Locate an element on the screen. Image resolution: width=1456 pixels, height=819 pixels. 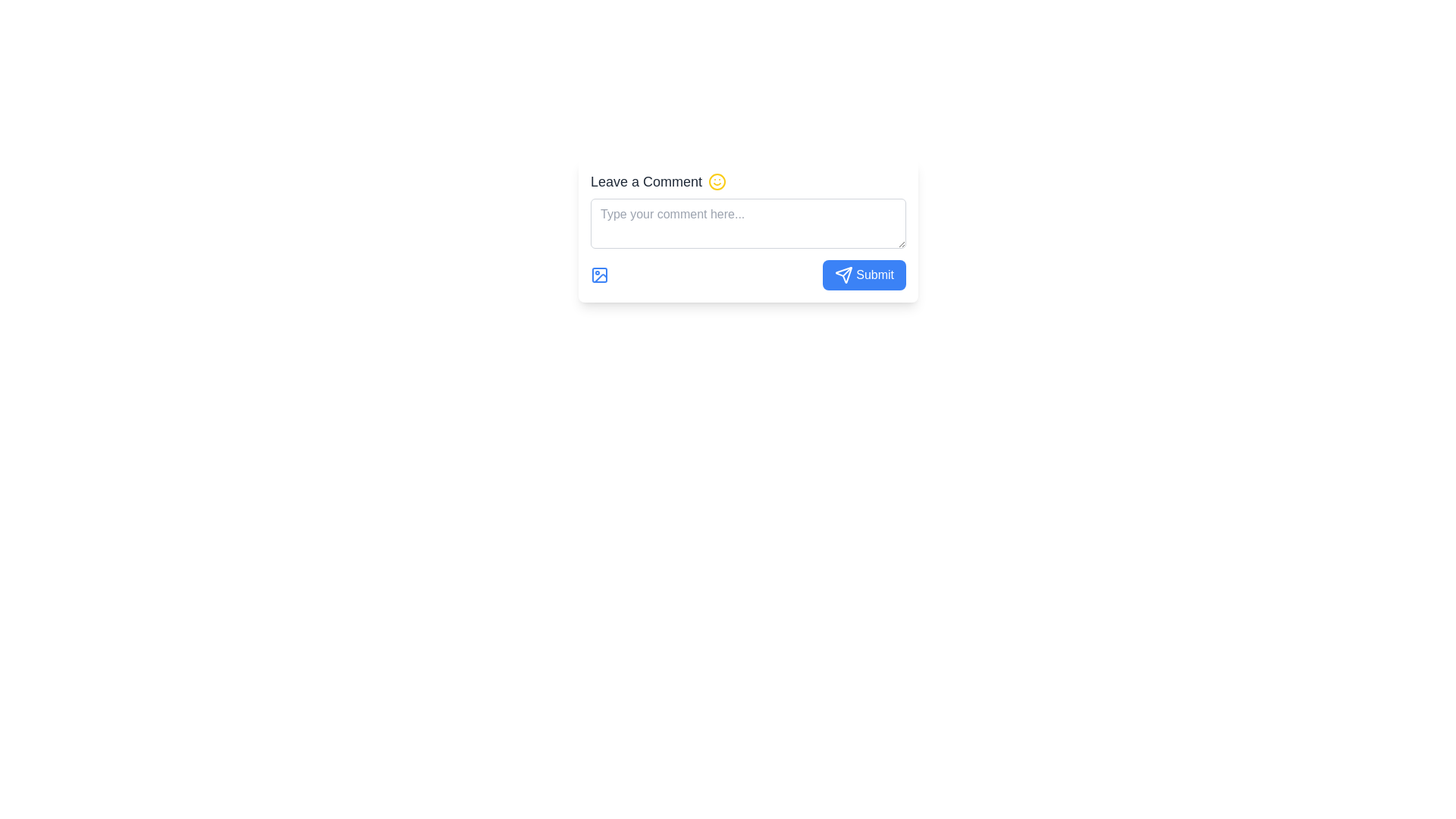
the rectangular blue 'Submit' button with white text and a paper airplane icon is located at coordinates (864, 275).